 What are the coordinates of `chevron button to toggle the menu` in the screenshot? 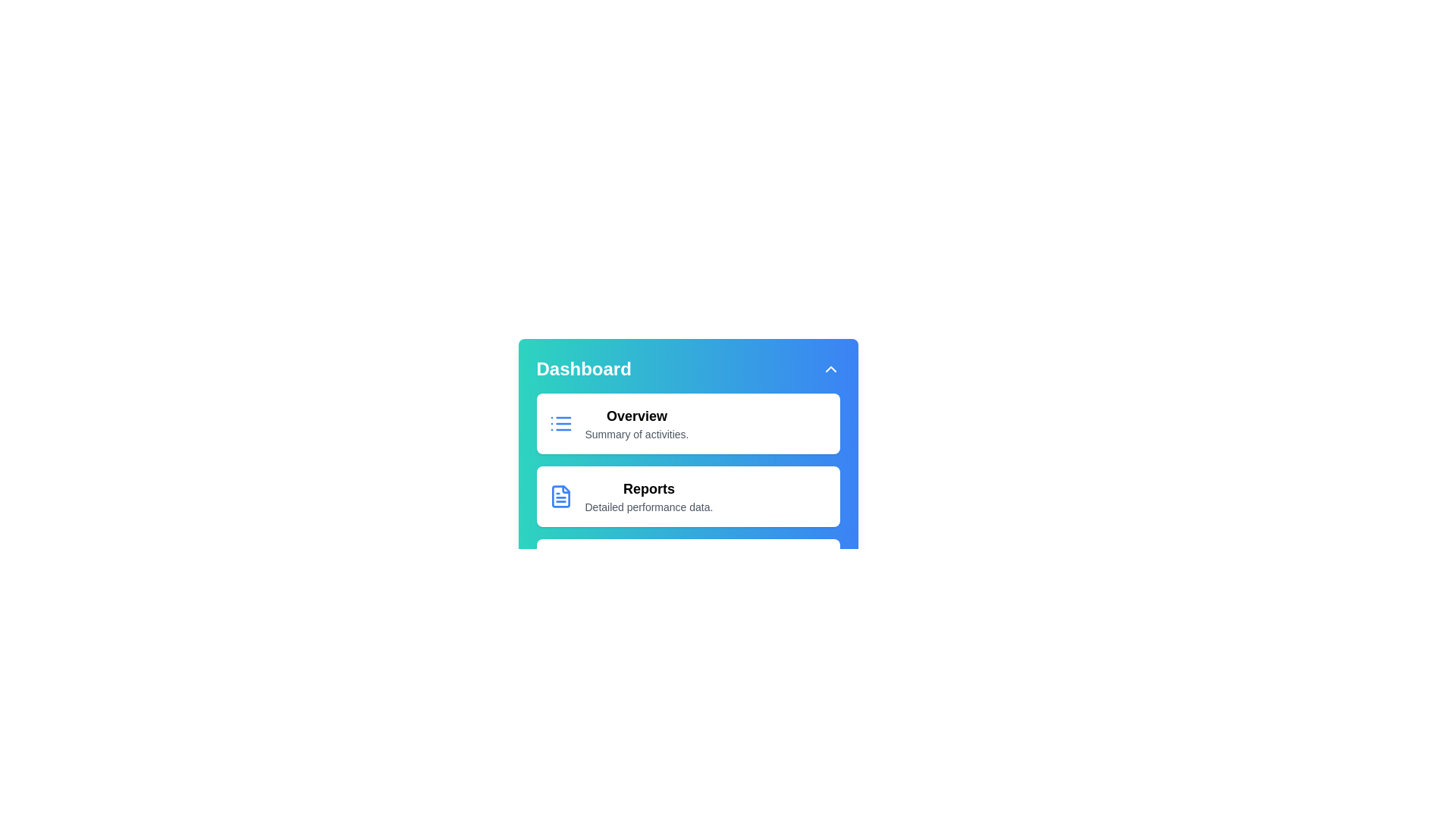 It's located at (830, 369).